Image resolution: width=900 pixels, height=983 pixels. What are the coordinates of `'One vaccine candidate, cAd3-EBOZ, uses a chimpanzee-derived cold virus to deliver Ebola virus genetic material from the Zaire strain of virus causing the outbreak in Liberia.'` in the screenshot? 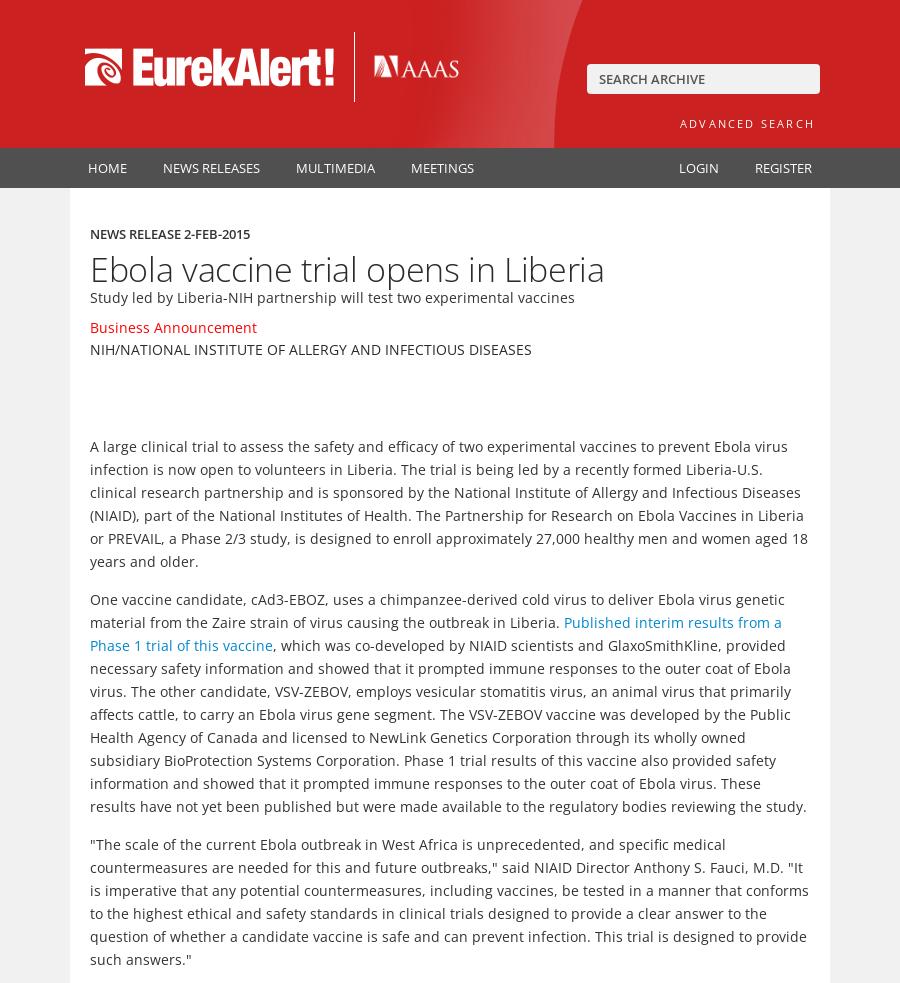 It's located at (89, 611).